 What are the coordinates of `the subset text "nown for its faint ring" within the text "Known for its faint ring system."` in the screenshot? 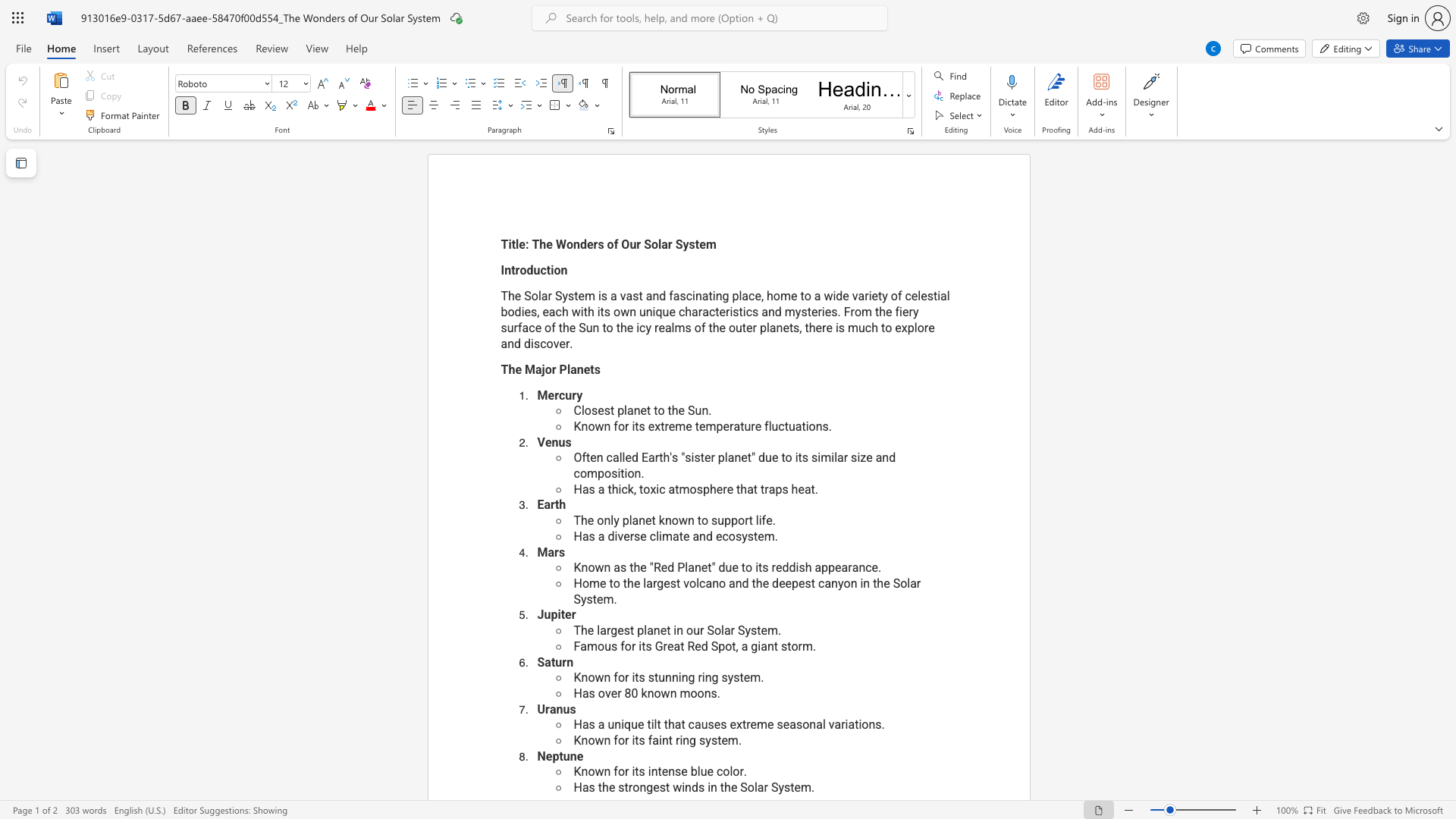 It's located at (580, 739).